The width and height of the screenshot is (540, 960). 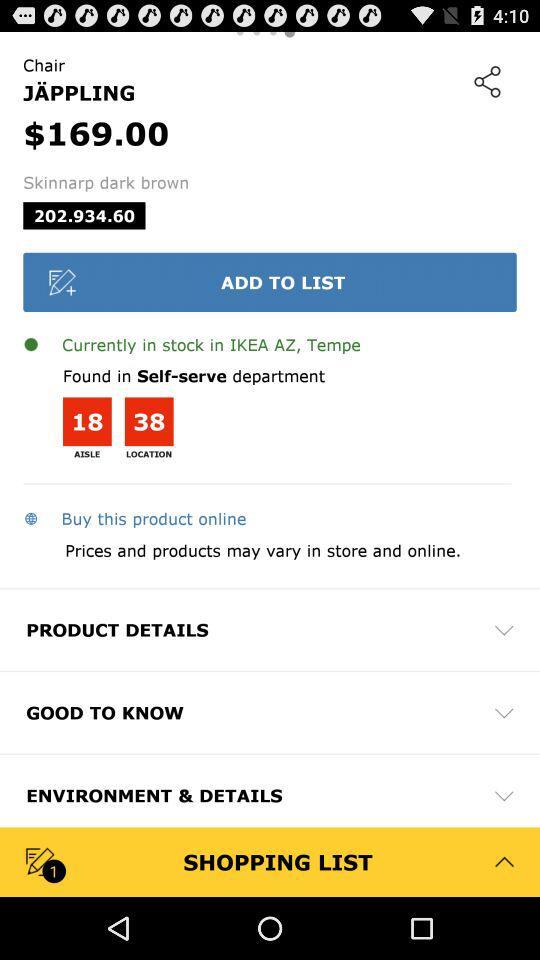 I want to click on the button on the right next to the button product details on the web page, so click(x=503, y=628).